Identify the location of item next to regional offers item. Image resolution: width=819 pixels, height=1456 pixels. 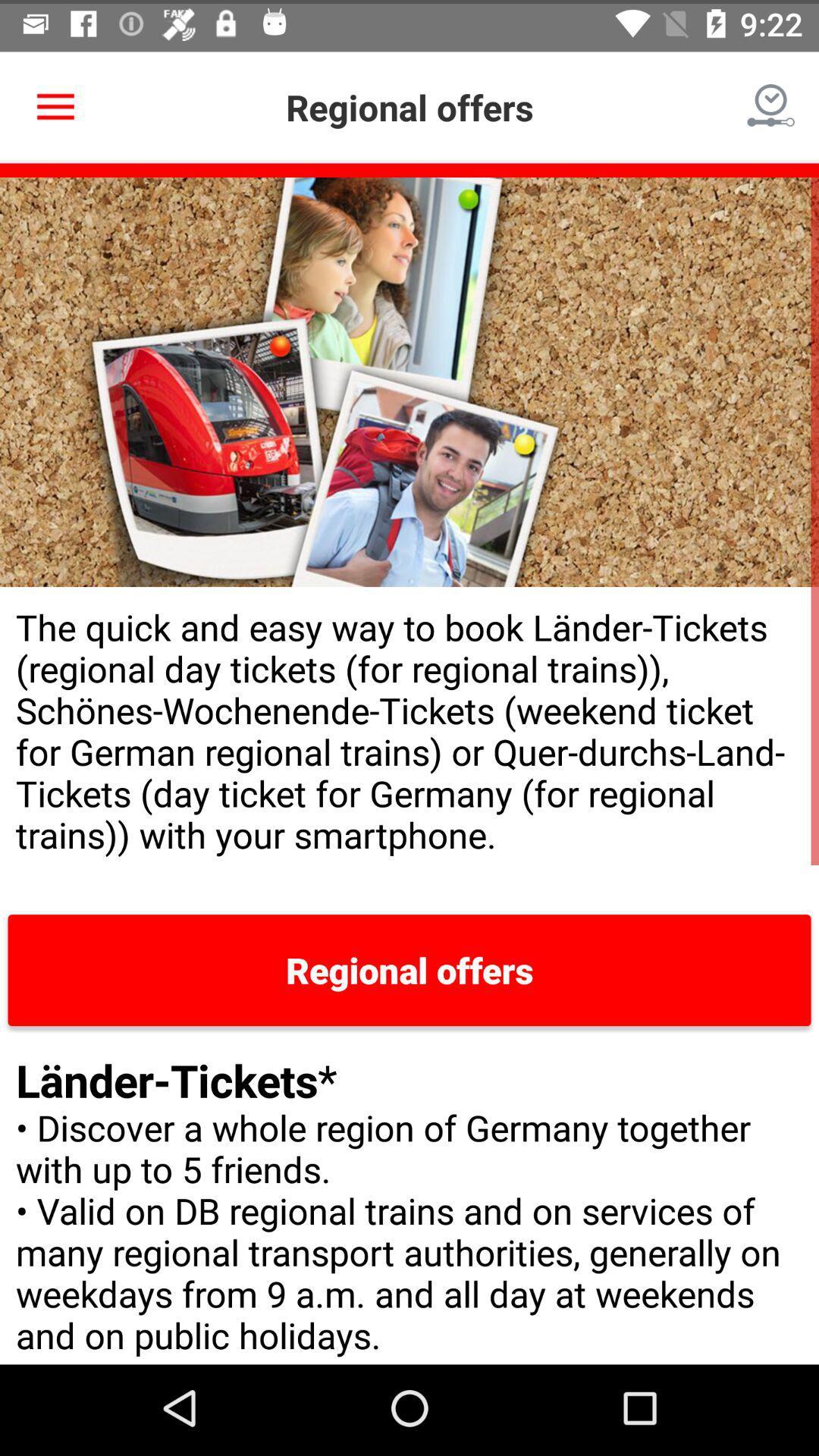
(771, 102).